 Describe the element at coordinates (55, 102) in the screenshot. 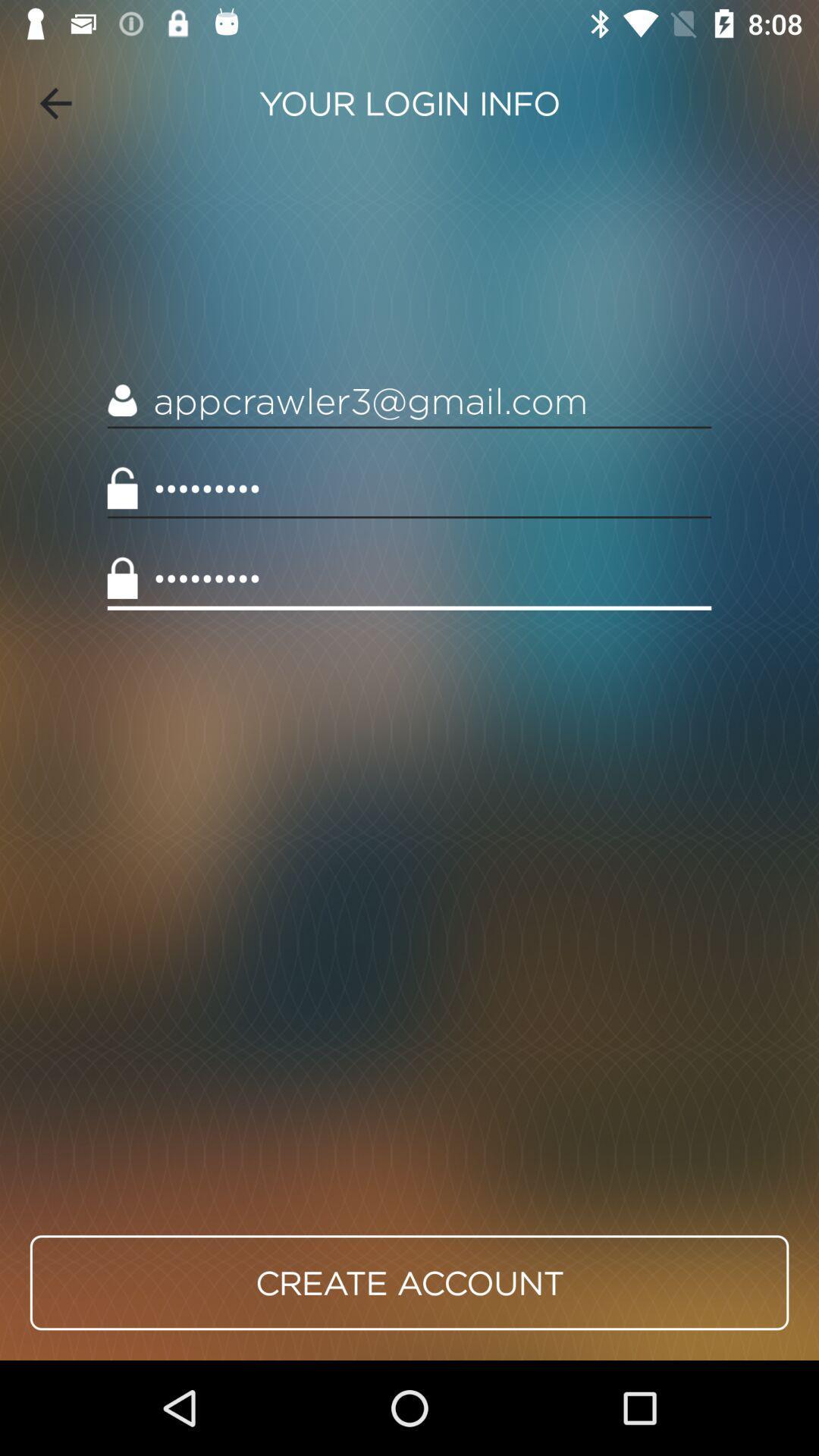

I see `item above appcrawler3@gmail.com` at that location.